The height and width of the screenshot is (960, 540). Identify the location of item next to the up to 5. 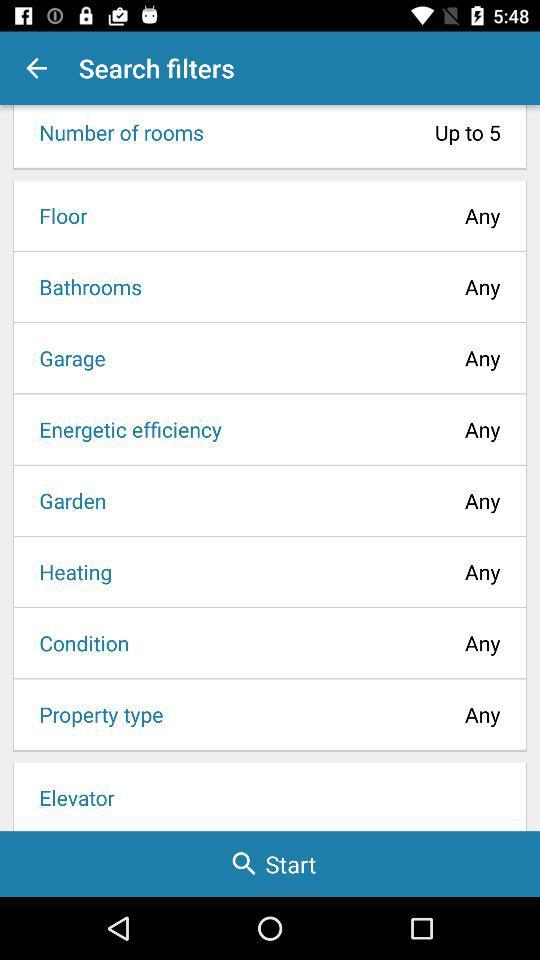
(115, 131).